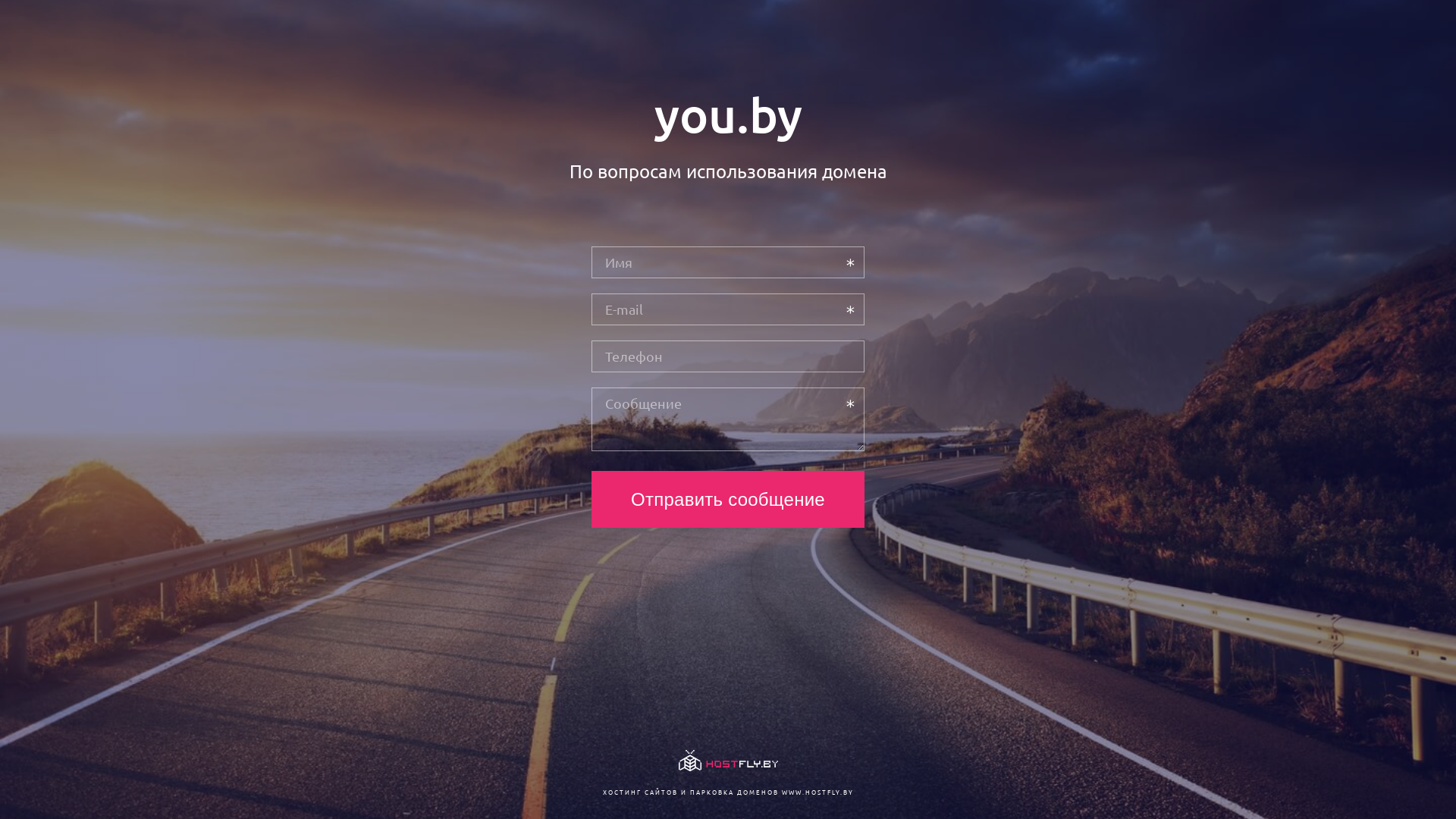 The width and height of the screenshot is (1456, 819). Describe the element at coordinates (816, 791) in the screenshot. I see `'WWW.HOSTFLY.BY'` at that location.